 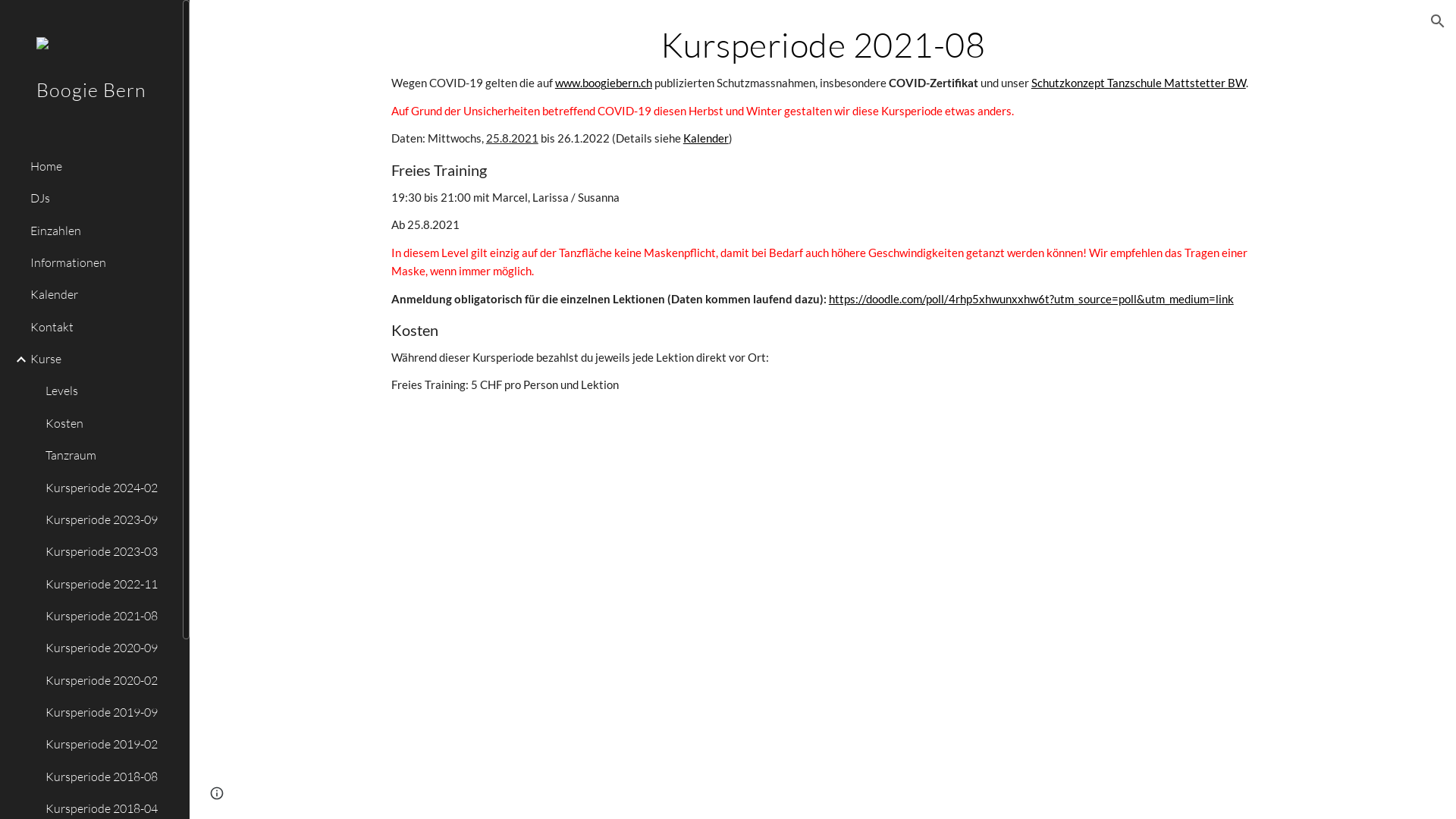 I want to click on 'Schutzkonzept Tanzschule Mattstetter BW', so click(x=1138, y=83).